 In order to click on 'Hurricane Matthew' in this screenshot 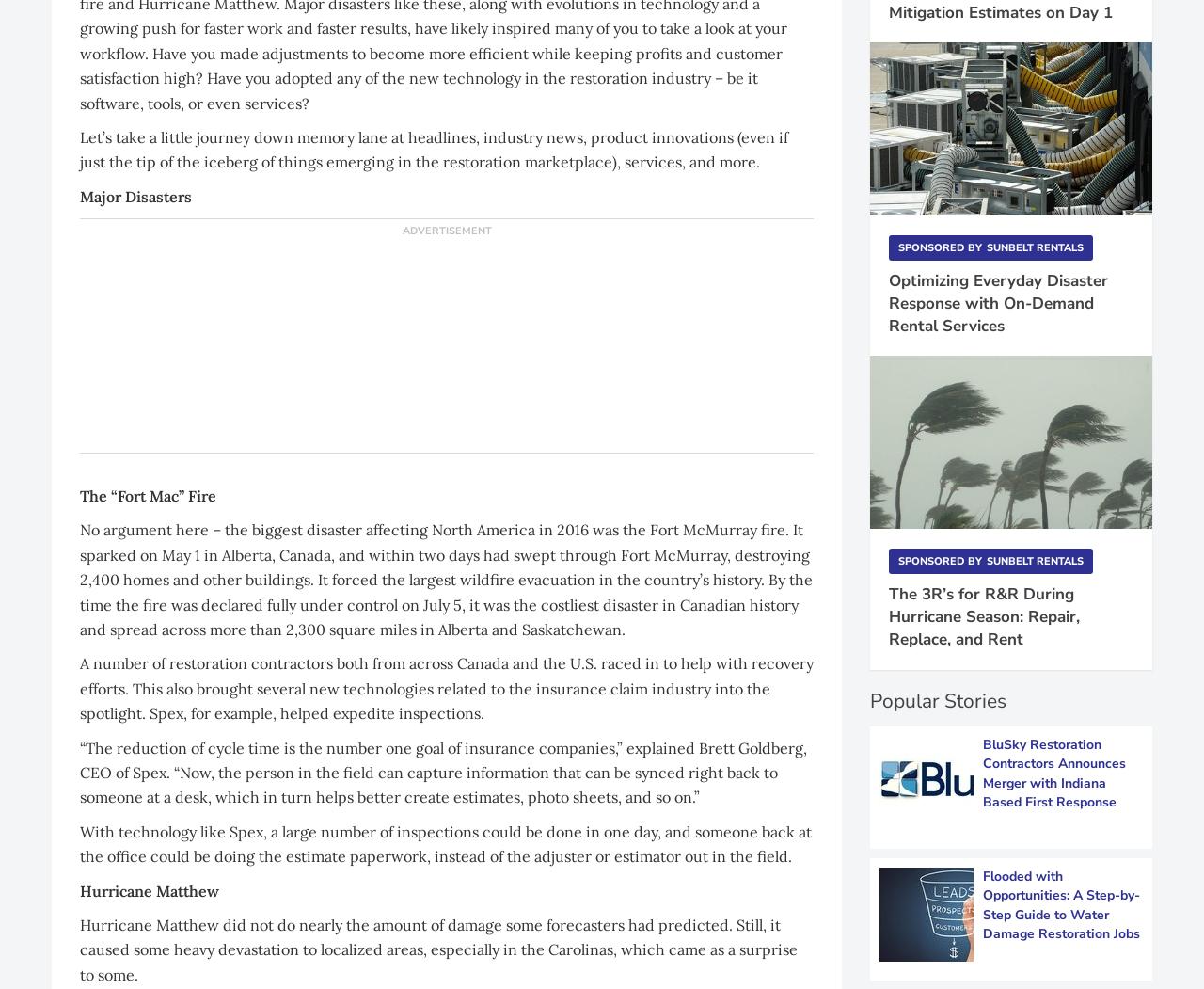, I will do `click(148, 889)`.